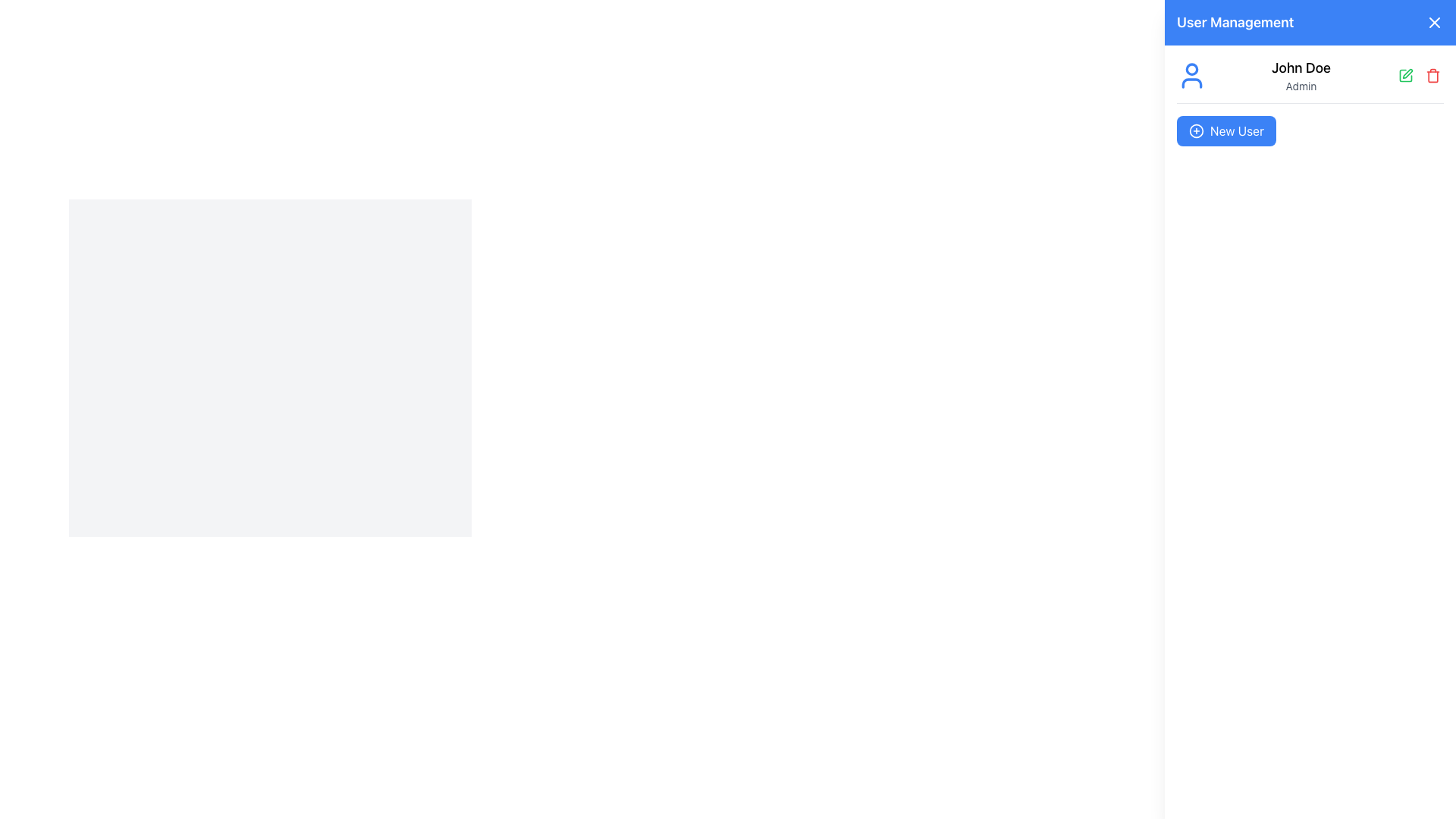  Describe the element at coordinates (1301, 76) in the screenshot. I see `the Text Display element that shows the user profile name 'John Doe' and the role 'Admin' in the User Management section` at that location.